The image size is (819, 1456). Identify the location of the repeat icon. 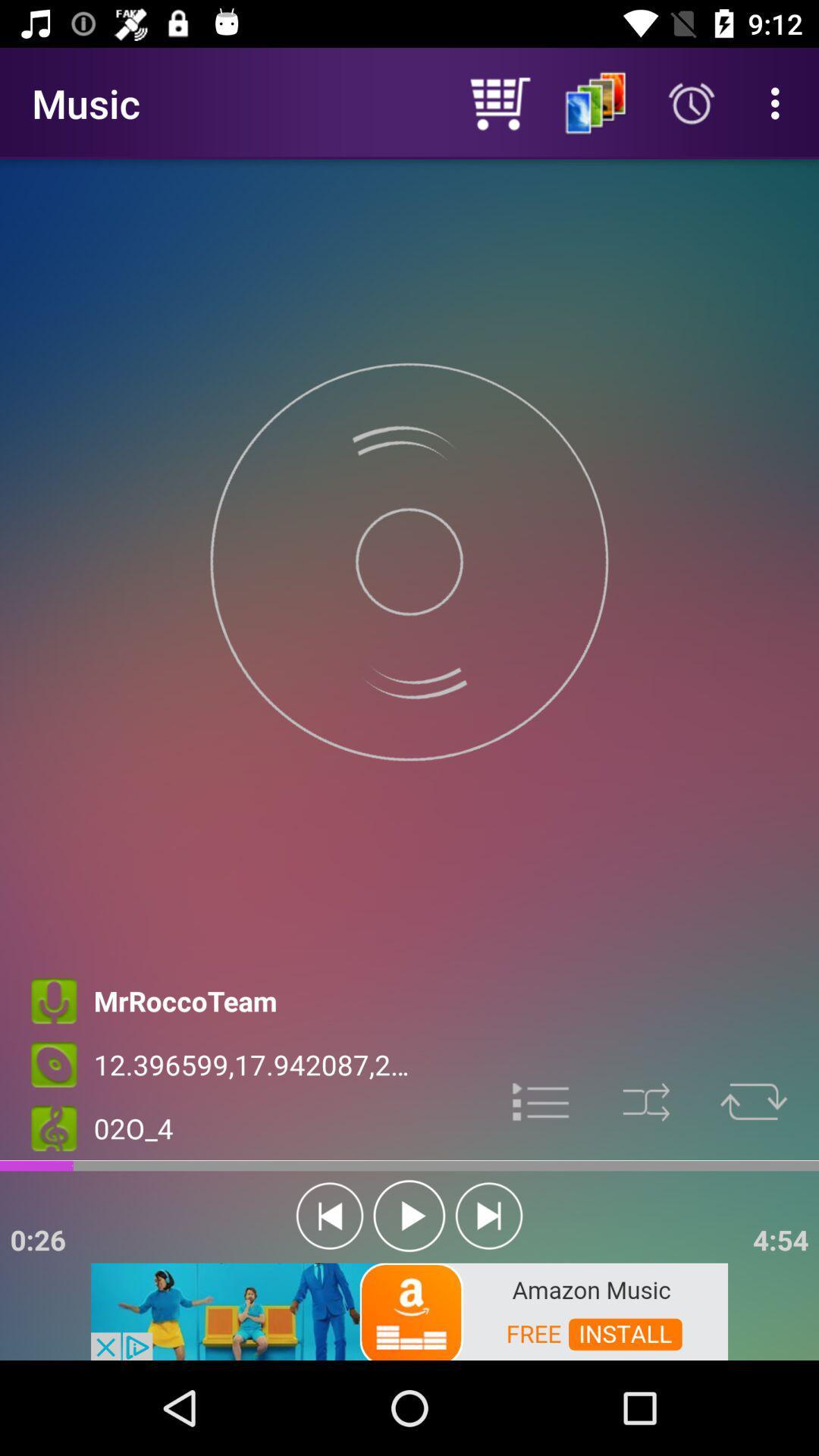
(754, 1102).